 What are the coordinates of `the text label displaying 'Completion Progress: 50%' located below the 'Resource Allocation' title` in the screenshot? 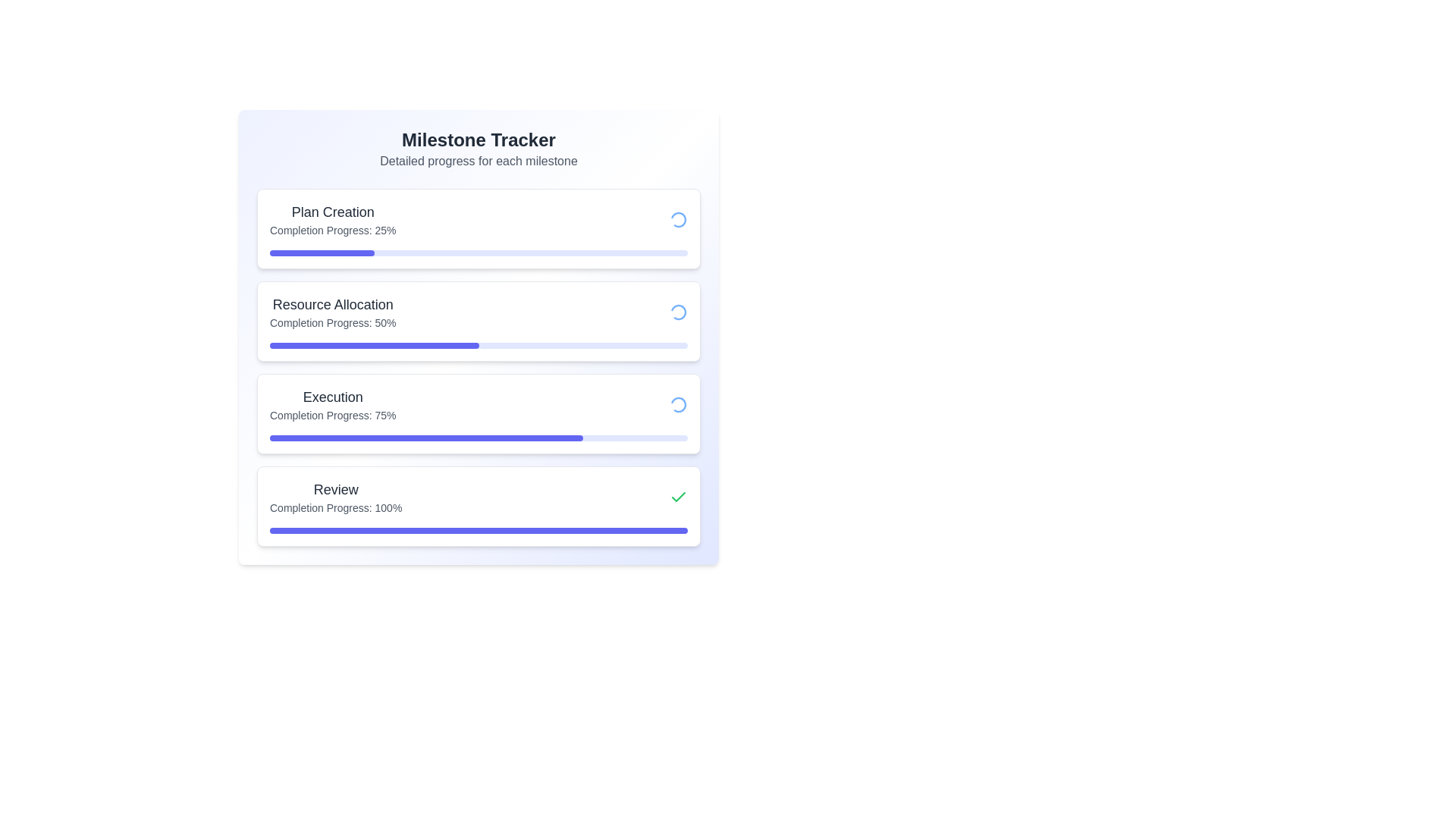 It's located at (332, 322).